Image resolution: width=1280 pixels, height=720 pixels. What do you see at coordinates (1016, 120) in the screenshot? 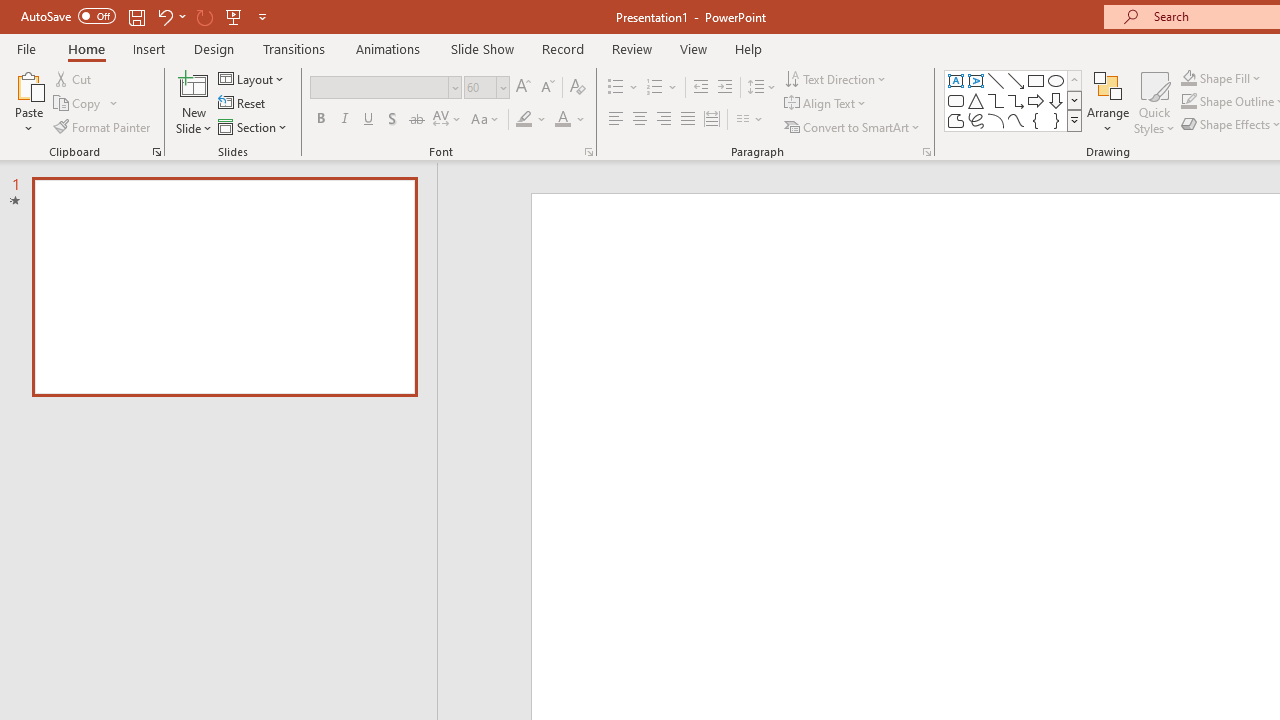
I see `'Curve'` at bounding box center [1016, 120].